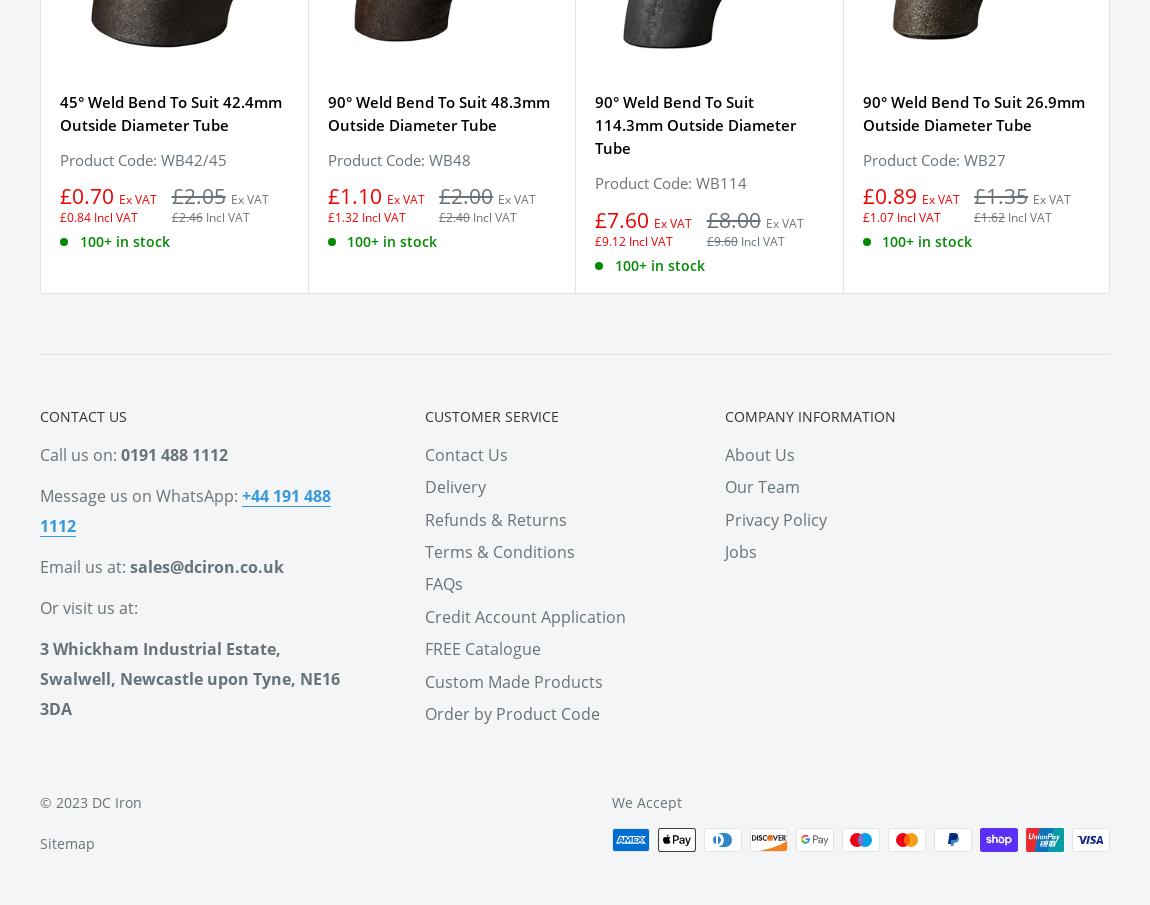  What do you see at coordinates (170, 111) in the screenshot?
I see `'45° Weld Bend To Suit 42.4mm Outside Diameter Tube'` at bounding box center [170, 111].